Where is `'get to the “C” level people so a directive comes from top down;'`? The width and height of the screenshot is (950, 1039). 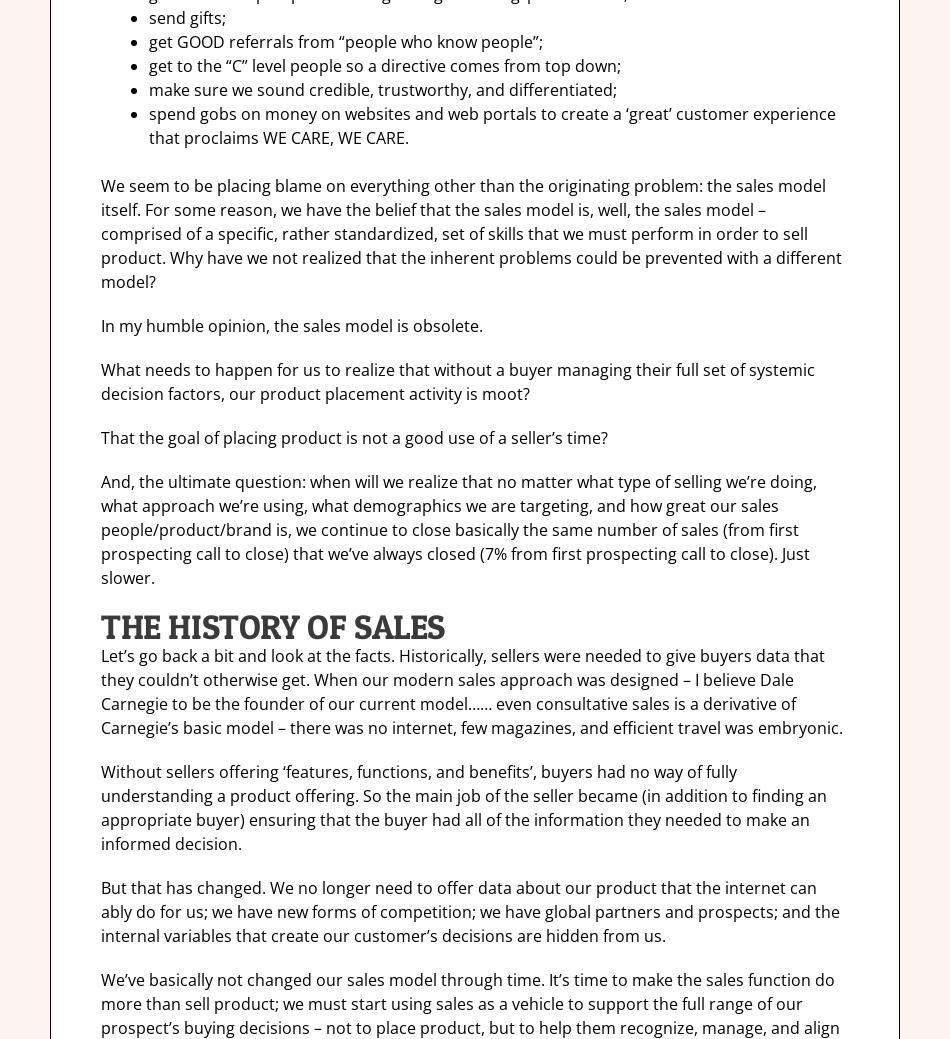 'get to the “C” level people so a directive comes from top down;' is located at coordinates (384, 64).